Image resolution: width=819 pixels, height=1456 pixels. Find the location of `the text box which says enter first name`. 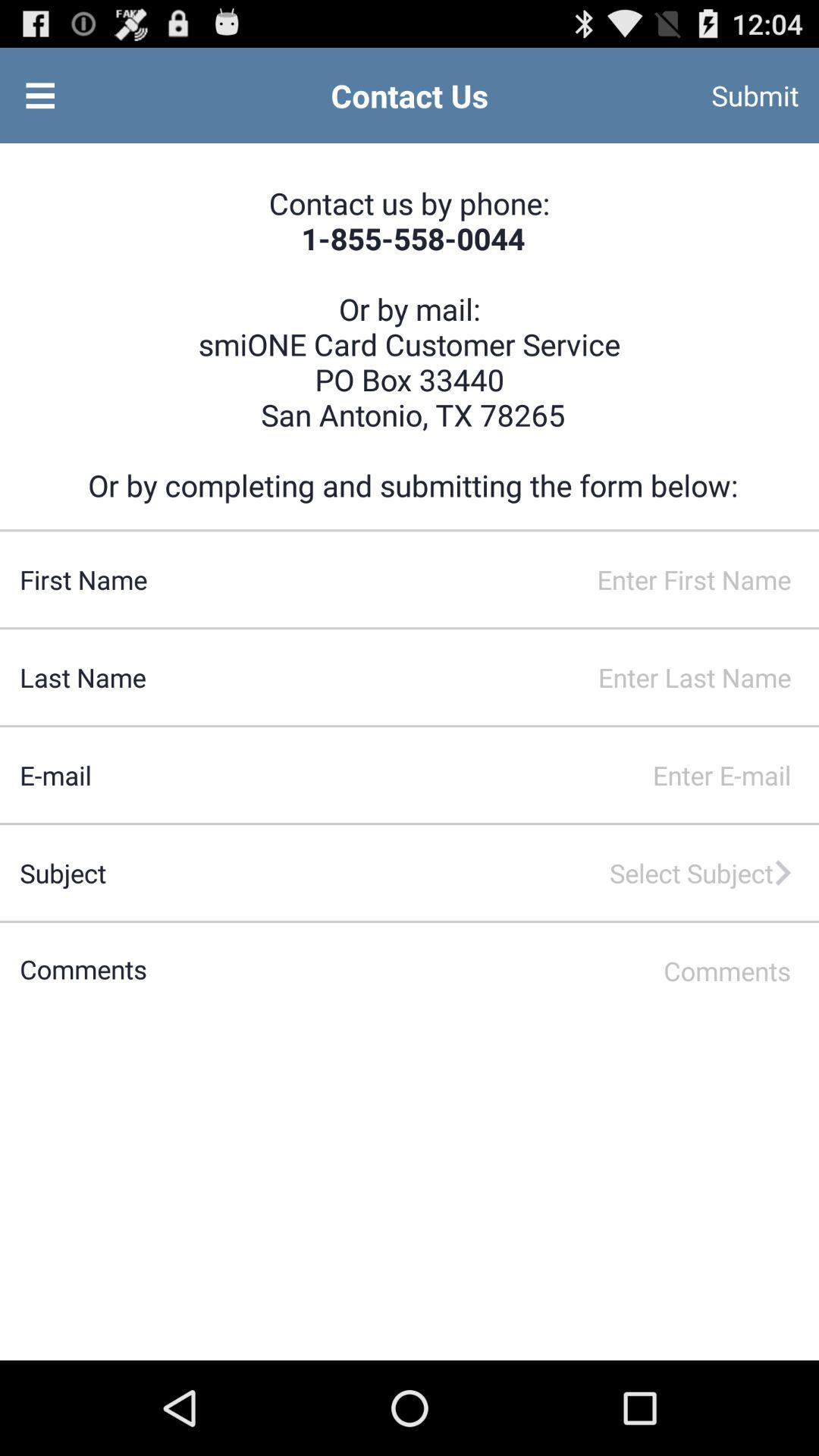

the text box which says enter first name is located at coordinates (483, 579).